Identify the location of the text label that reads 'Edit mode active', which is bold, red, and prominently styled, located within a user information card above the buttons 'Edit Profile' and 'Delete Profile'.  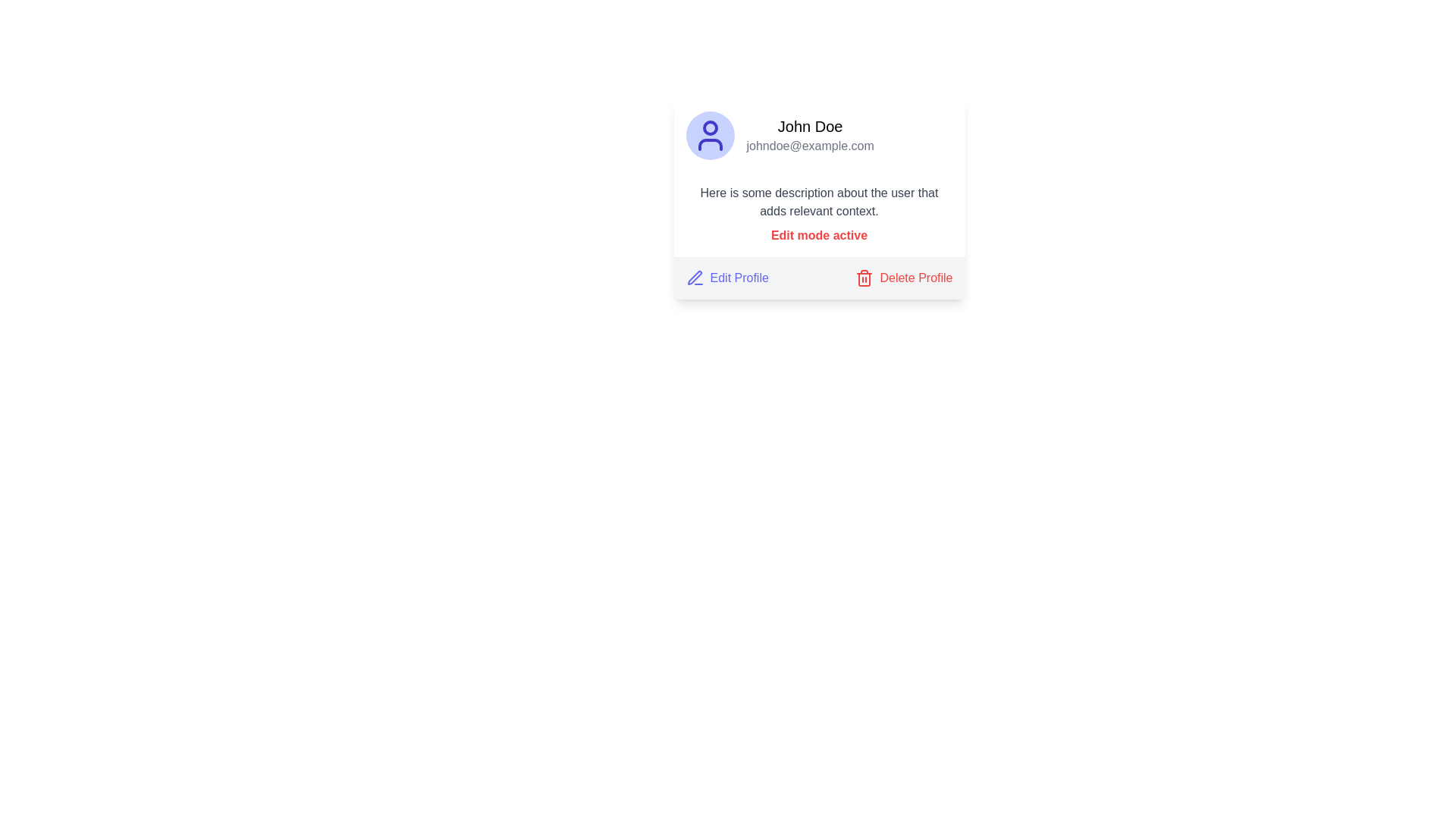
(818, 236).